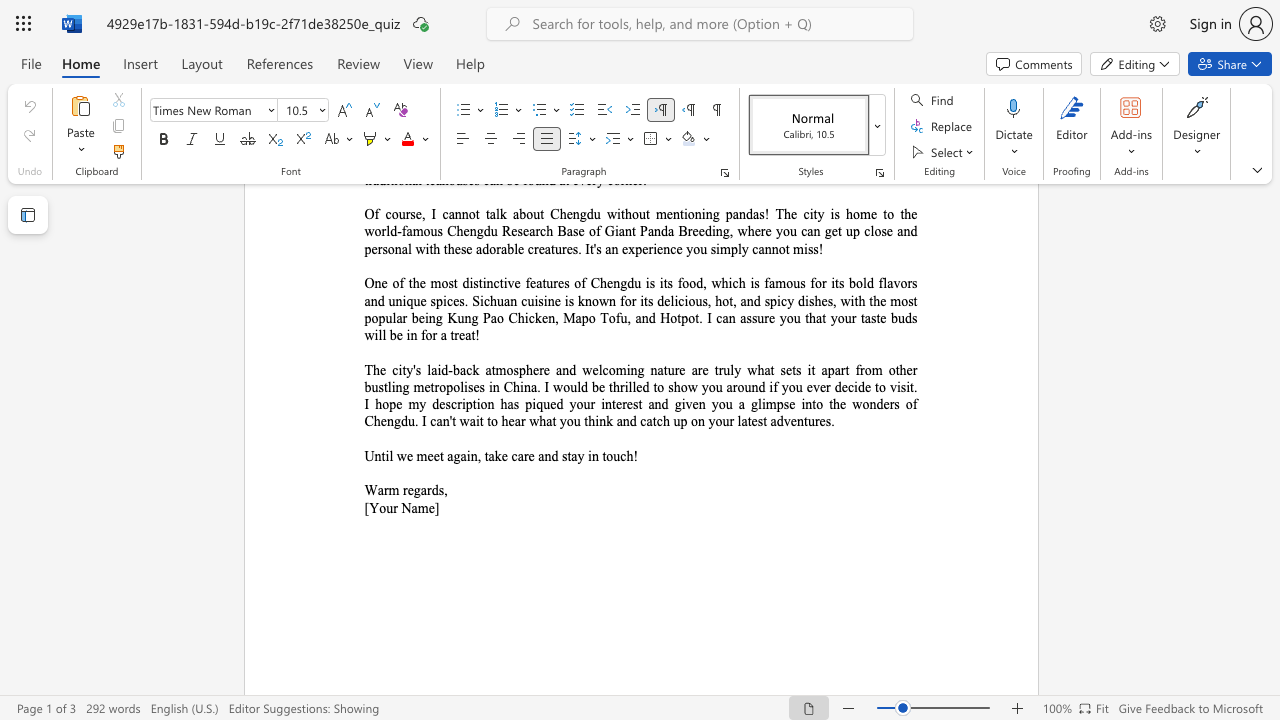 This screenshot has height=720, width=1280. I want to click on the space between the continuous character "s" and "t" in the text, so click(566, 456).